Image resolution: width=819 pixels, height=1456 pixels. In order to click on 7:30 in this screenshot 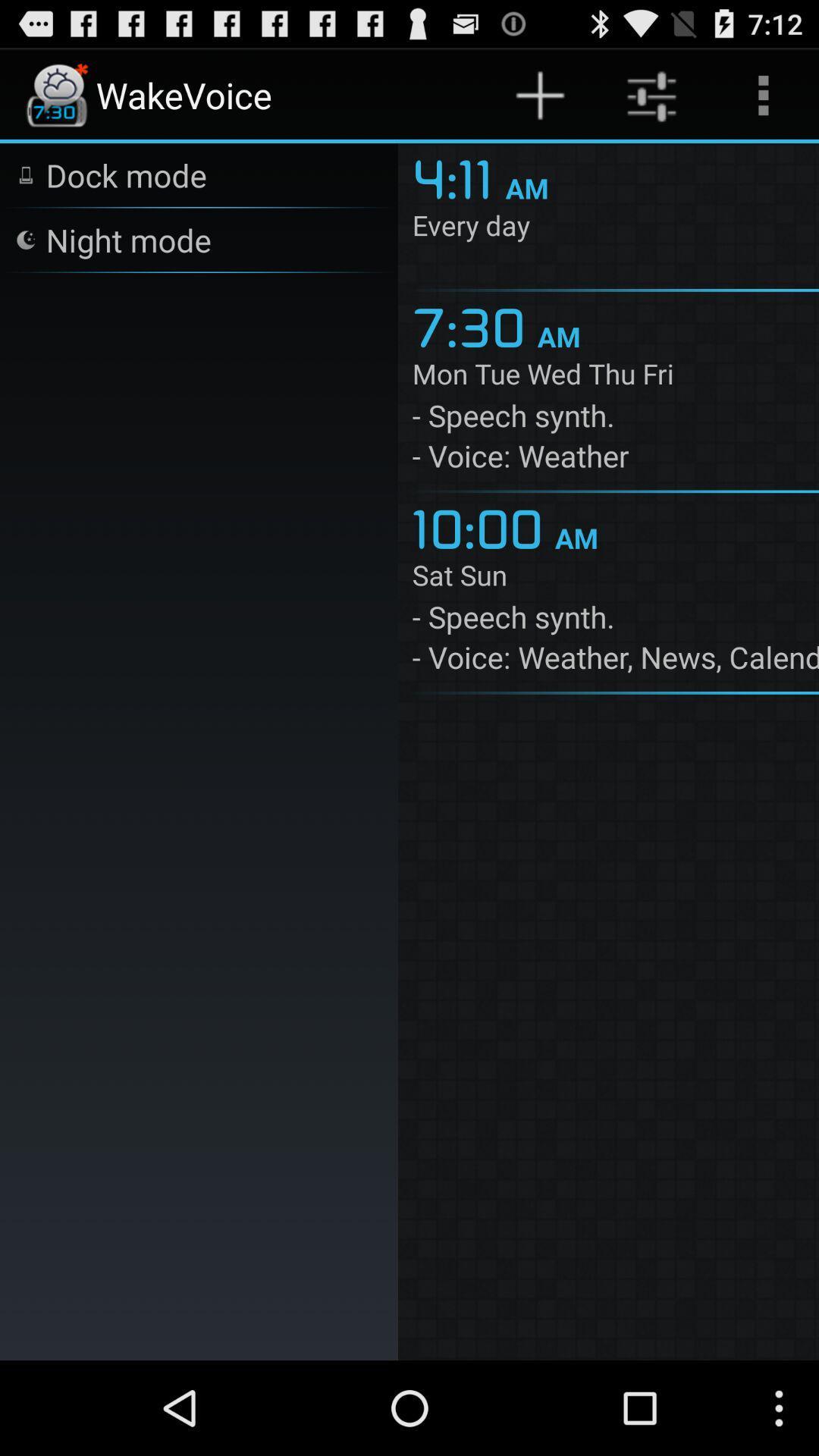, I will do `click(474, 324)`.